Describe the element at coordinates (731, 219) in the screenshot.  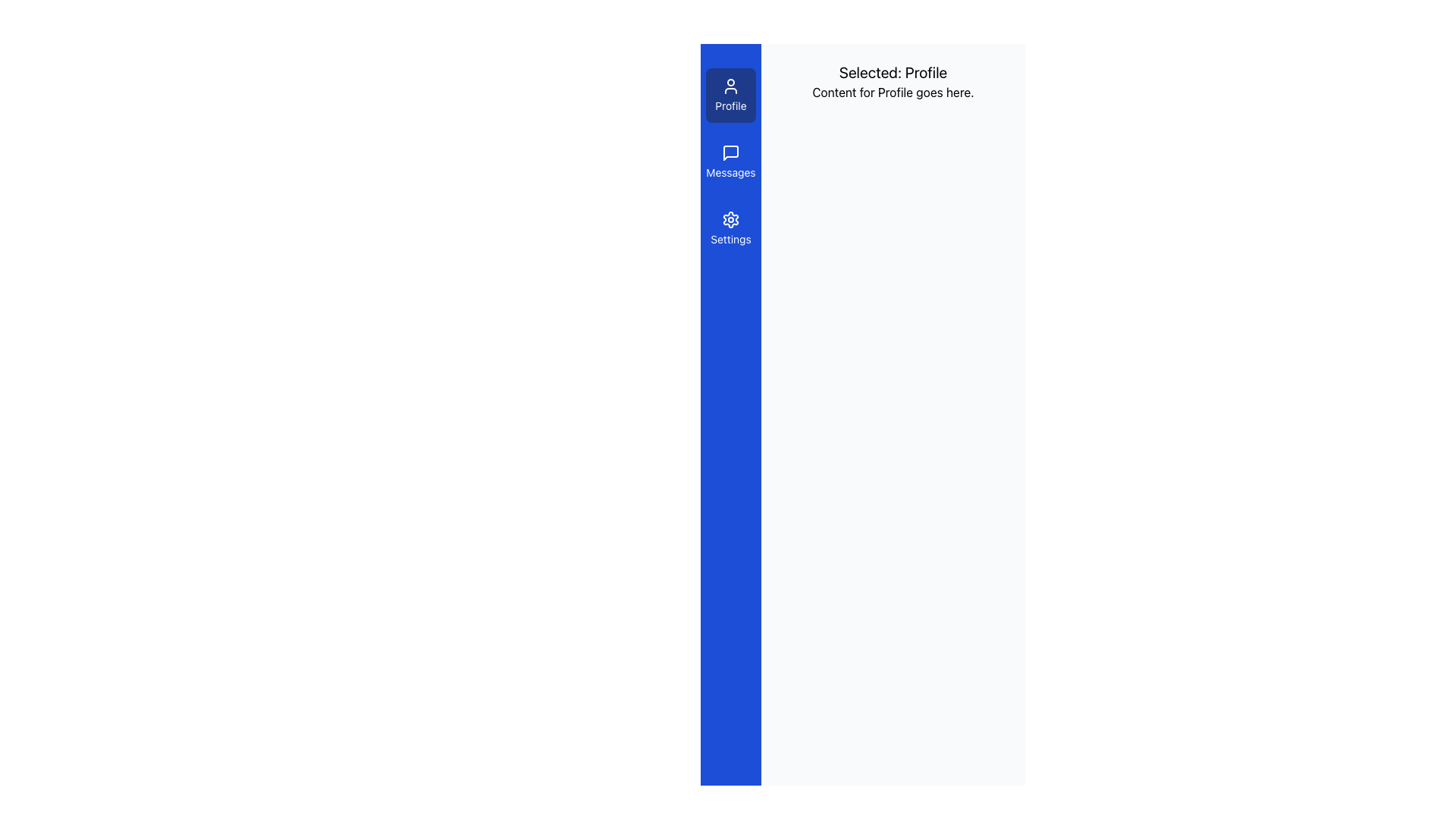
I see `the settings icon located in the navigation bar, which is the third item from the top` at that location.